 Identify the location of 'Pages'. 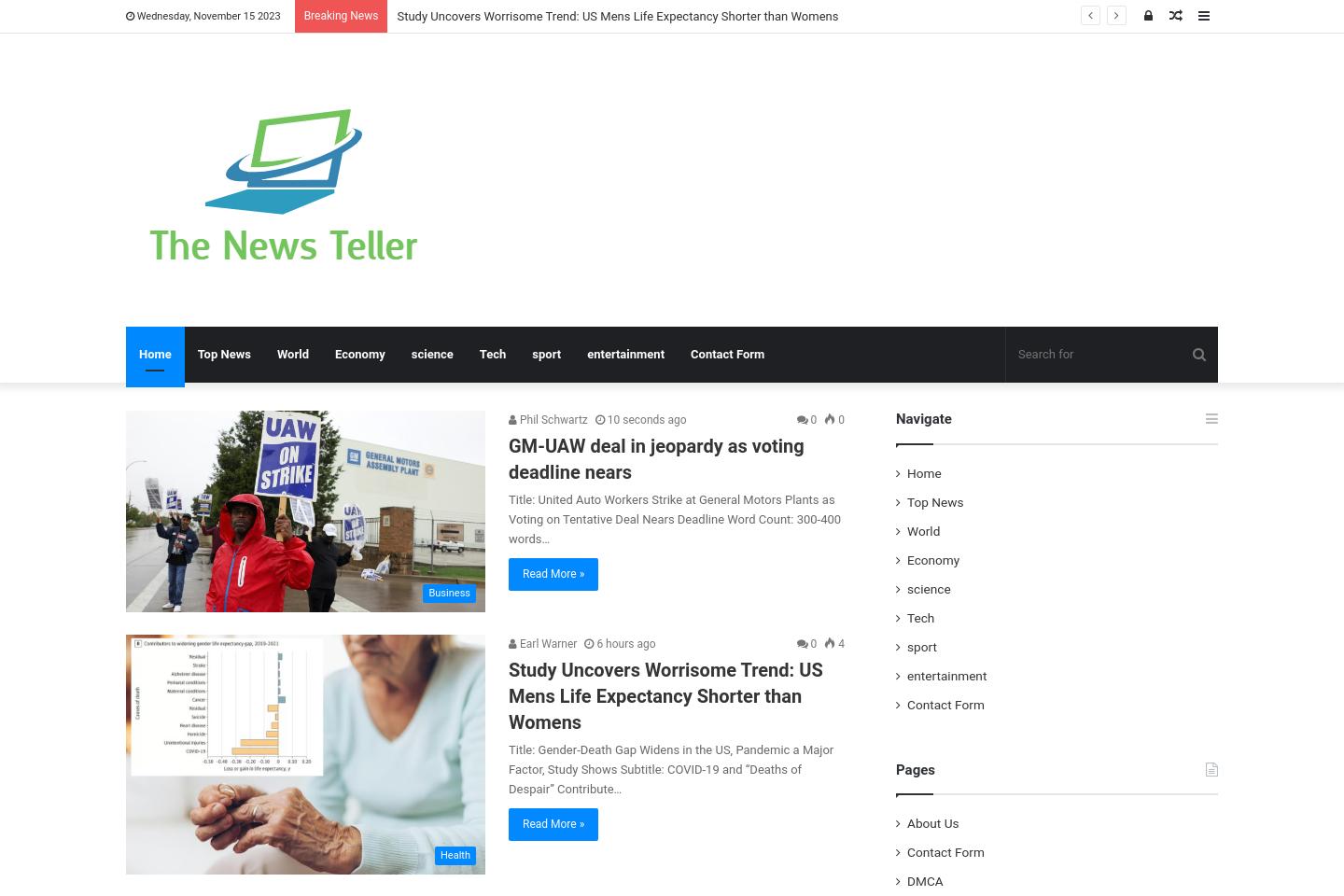
(914, 768).